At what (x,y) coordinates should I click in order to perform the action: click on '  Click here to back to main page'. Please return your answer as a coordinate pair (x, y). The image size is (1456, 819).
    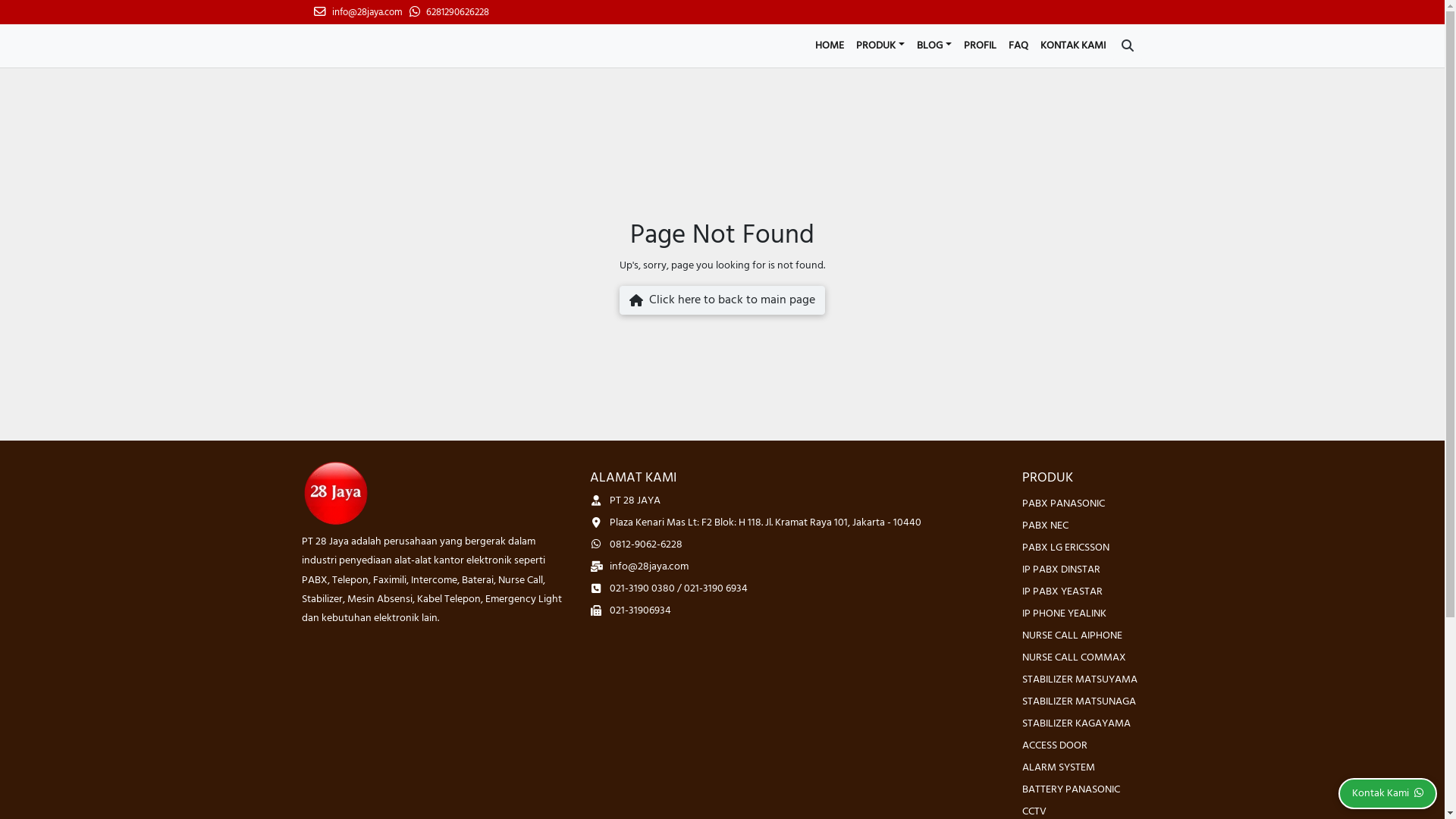
    Looking at the image, I should click on (721, 300).